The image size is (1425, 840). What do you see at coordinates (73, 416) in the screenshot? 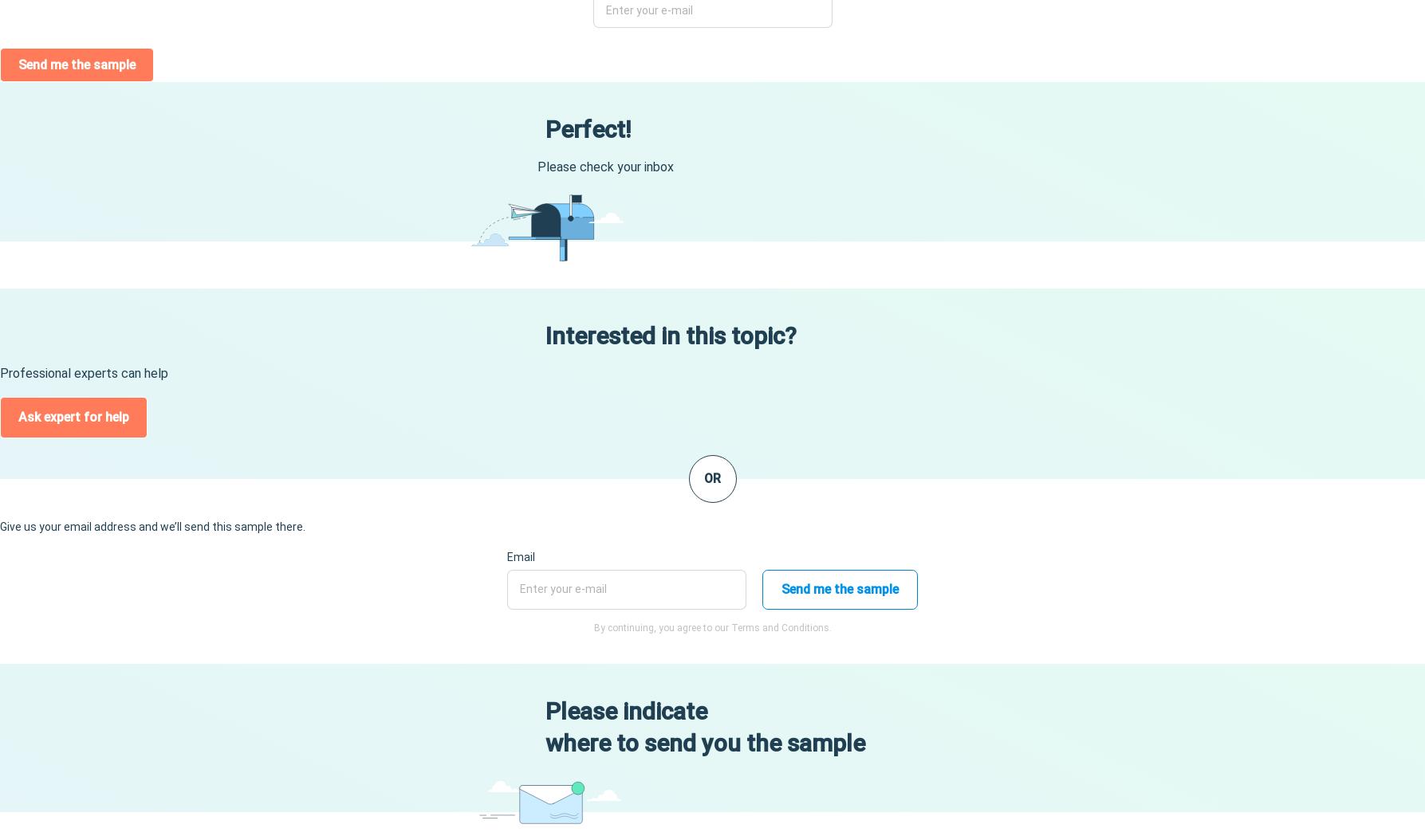
I see `'Ask expert for help'` at bounding box center [73, 416].